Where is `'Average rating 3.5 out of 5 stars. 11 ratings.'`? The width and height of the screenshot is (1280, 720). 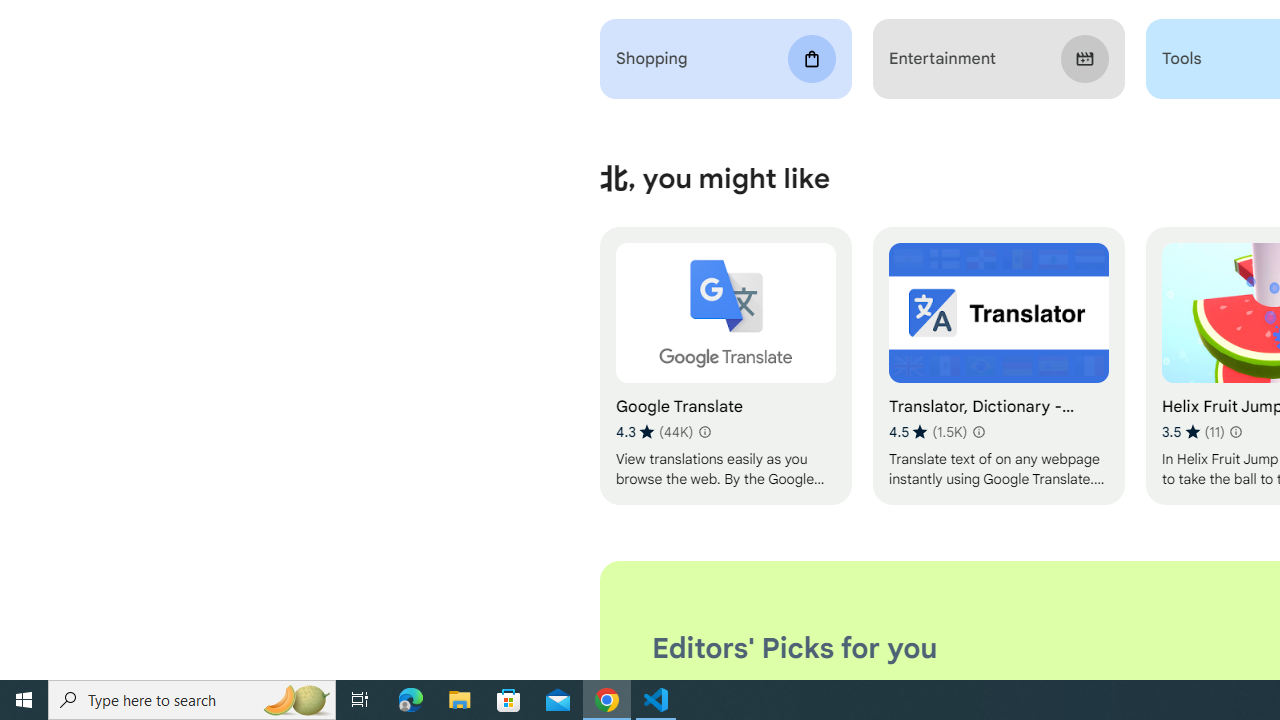 'Average rating 3.5 out of 5 stars. 11 ratings.' is located at coordinates (1192, 431).